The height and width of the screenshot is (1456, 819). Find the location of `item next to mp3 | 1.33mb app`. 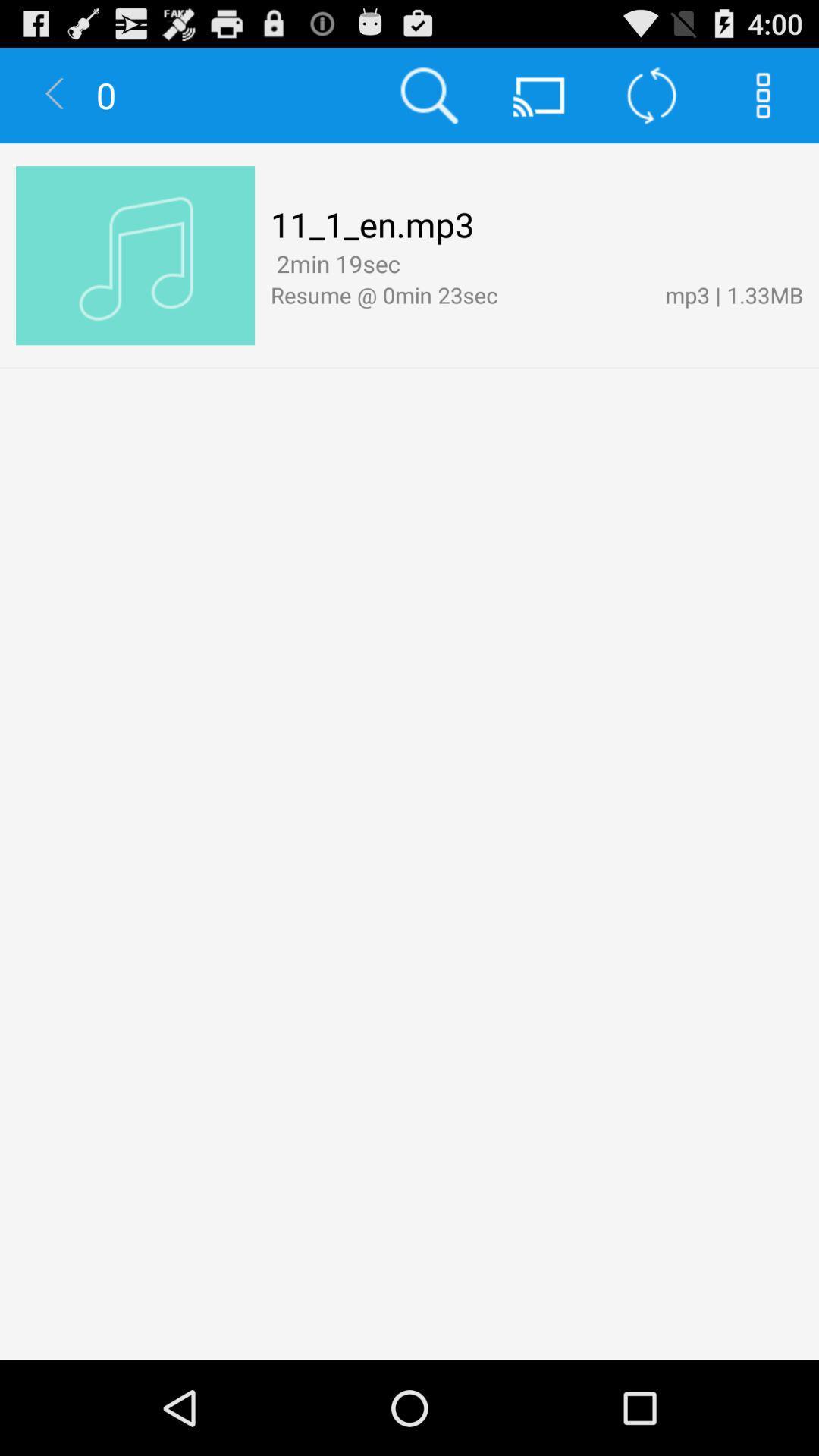

item next to mp3 | 1.33mb app is located at coordinates (412, 265).